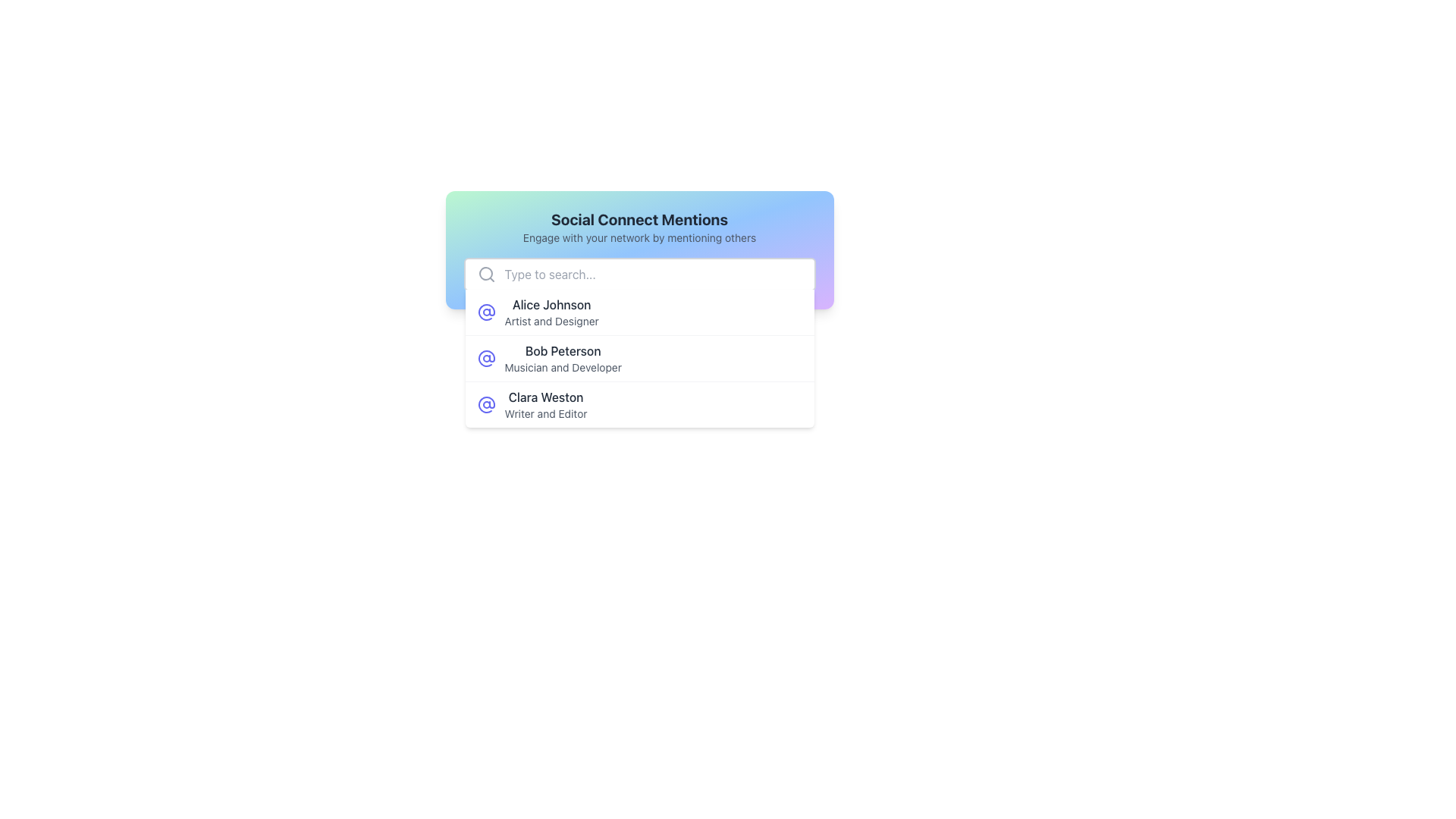  Describe the element at coordinates (551, 304) in the screenshot. I see `the first user name text label in the vertical list, located just below the search bar` at that location.